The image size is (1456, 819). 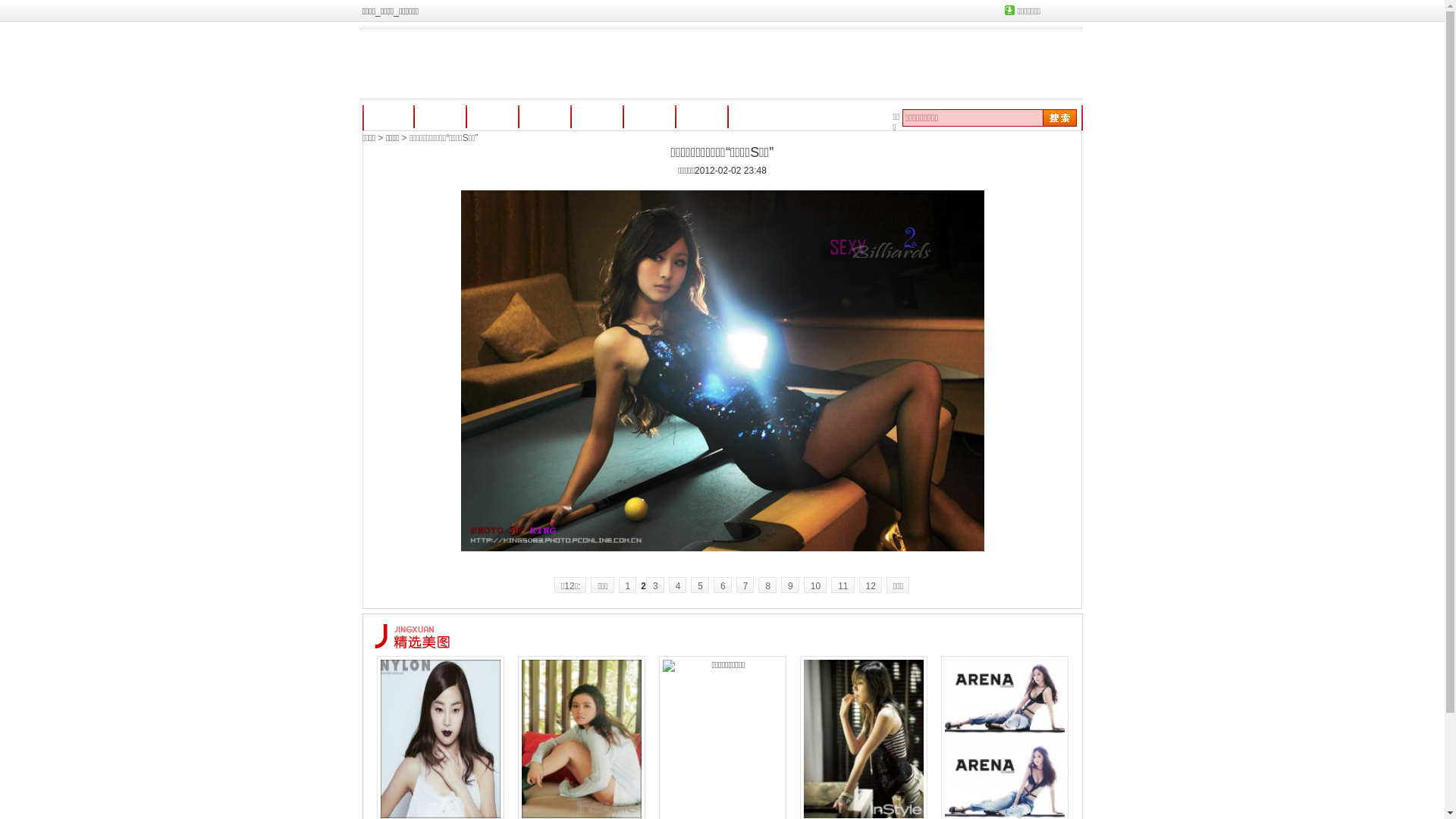 What do you see at coordinates (745, 584) in the screenshot?
I see `'7'` at bounding box center [745, 584].